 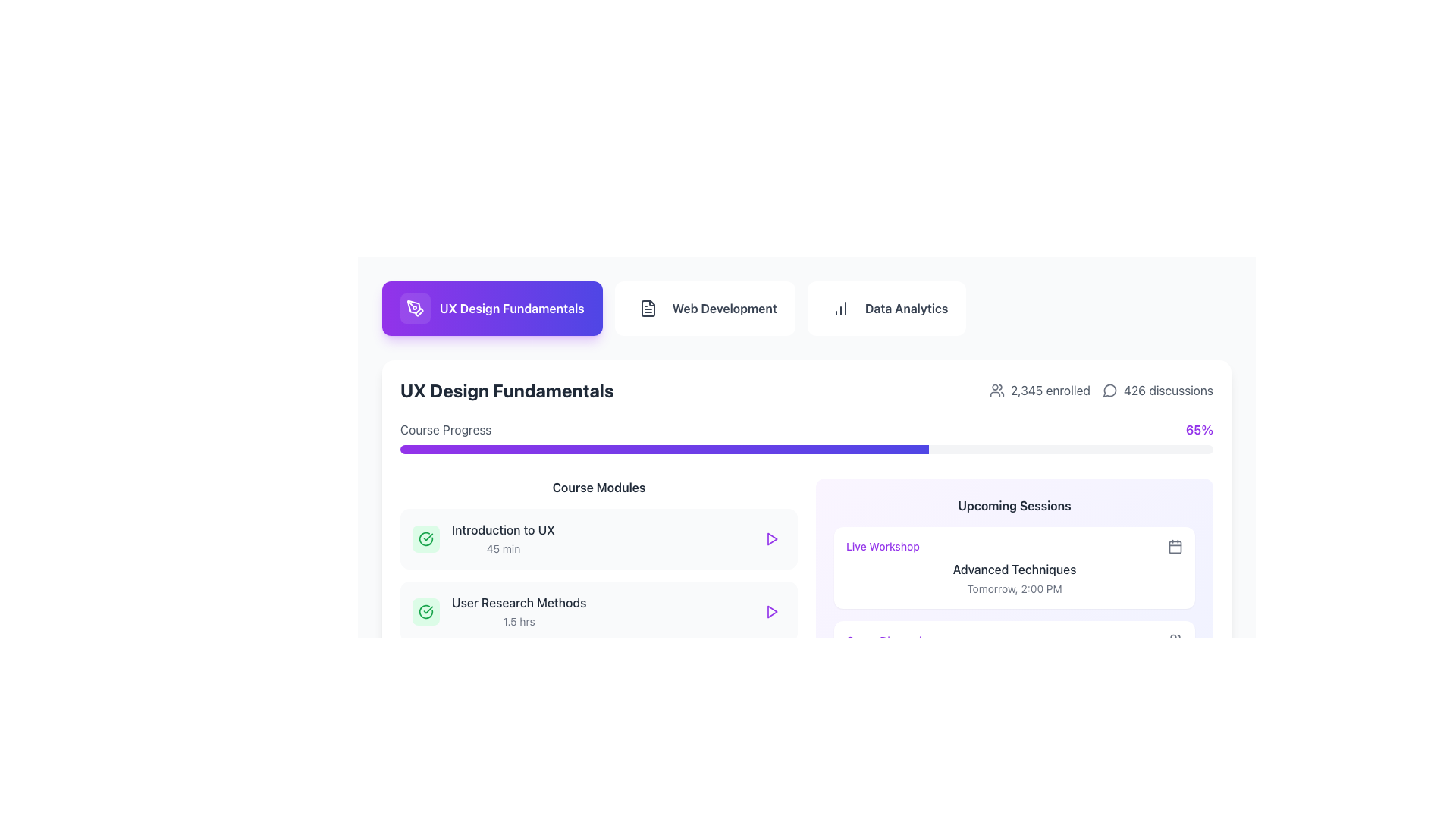 I want to click on the small circular icon featuring a check mark inside a green circle located on the leftmost side of the 'User Research Methods' module section, adjacent to the text 'User Research Methods' and '1.5 hrs', so click(x=425, y=610).